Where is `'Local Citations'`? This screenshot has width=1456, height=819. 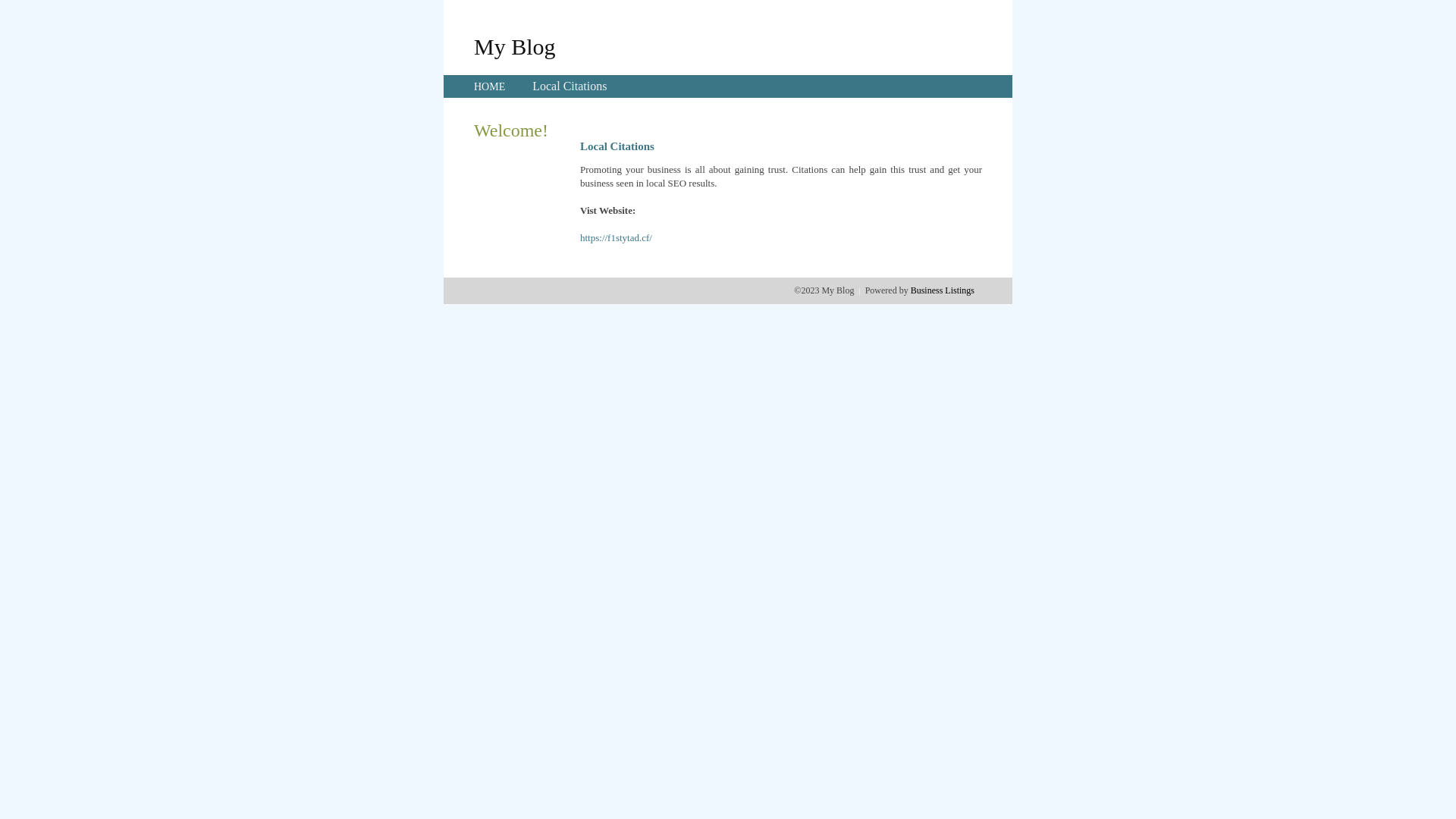 'Local Citations' is located at coordinates (568, 86).